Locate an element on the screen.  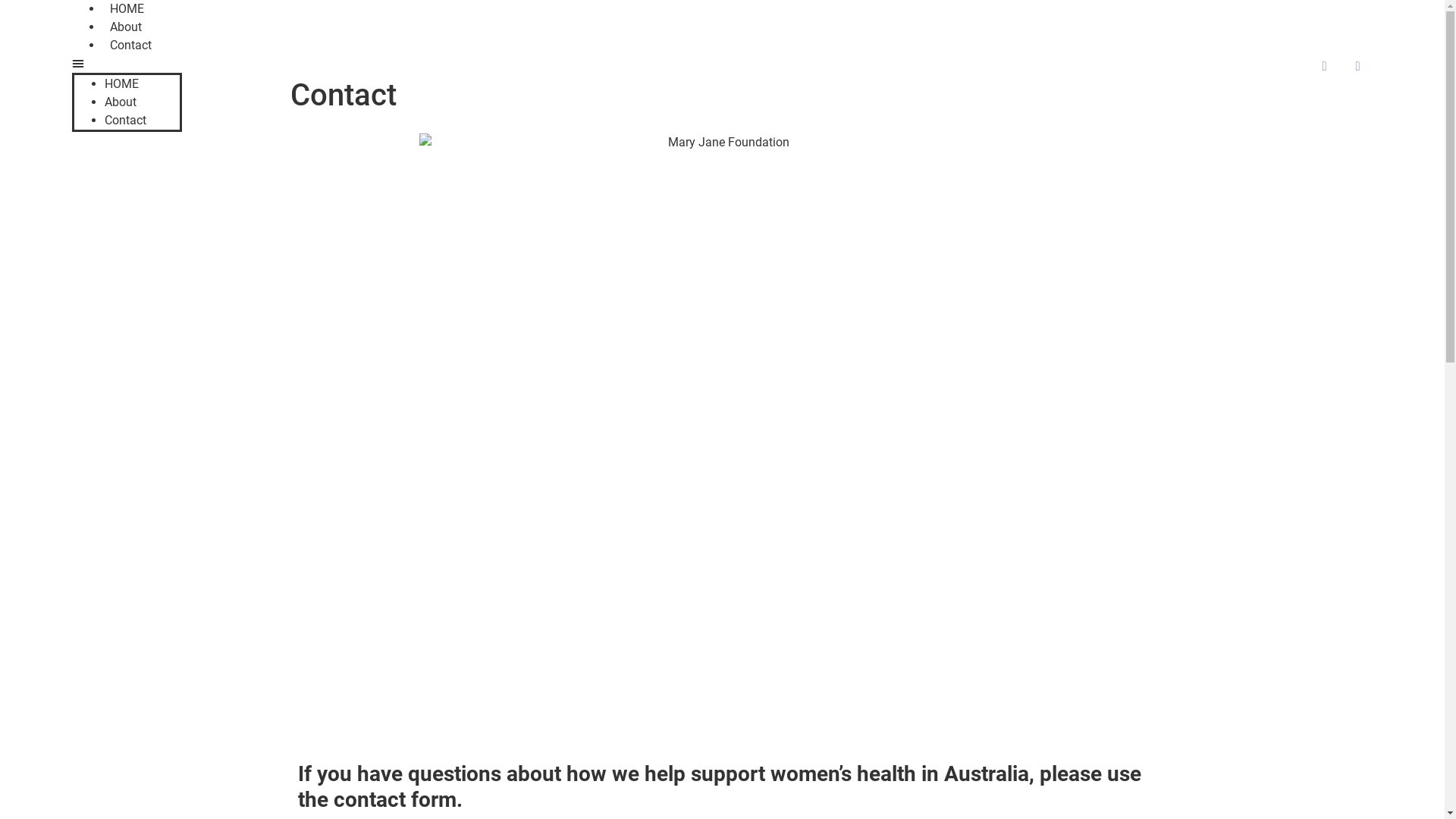
'About' is located at coordinates (119, 102).